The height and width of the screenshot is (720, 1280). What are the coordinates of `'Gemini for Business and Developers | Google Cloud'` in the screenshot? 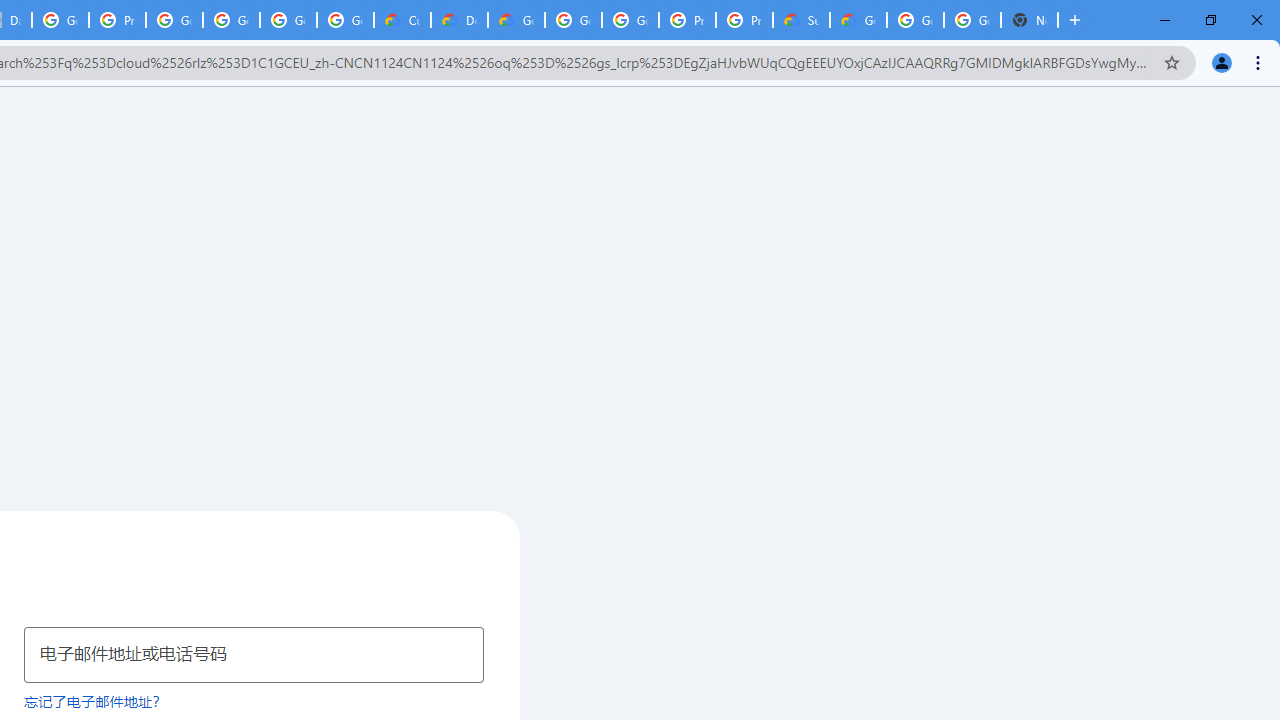 It's located at (516, 20).